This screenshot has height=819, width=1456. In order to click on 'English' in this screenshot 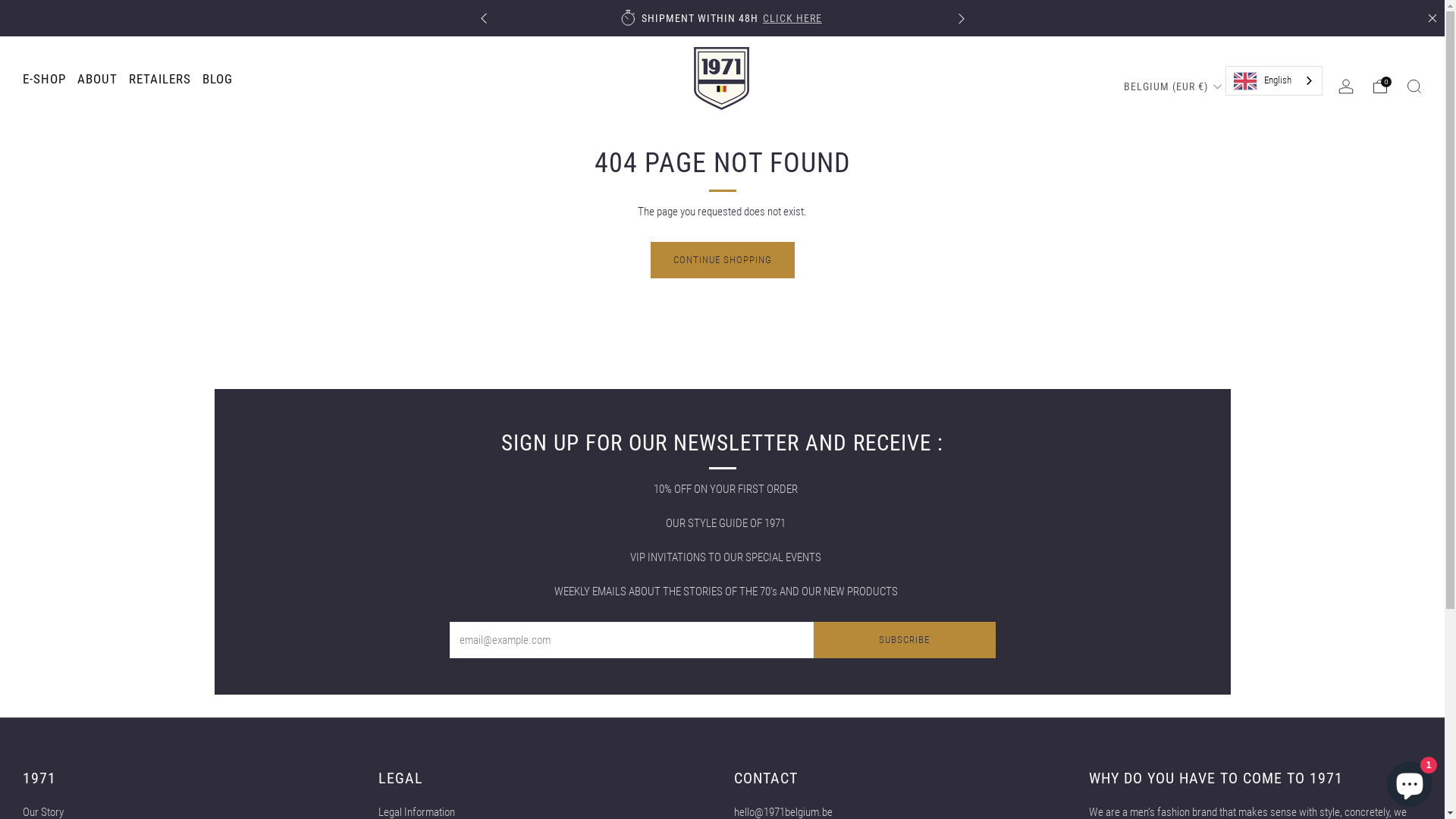, I will do `click(1274, 80)`.